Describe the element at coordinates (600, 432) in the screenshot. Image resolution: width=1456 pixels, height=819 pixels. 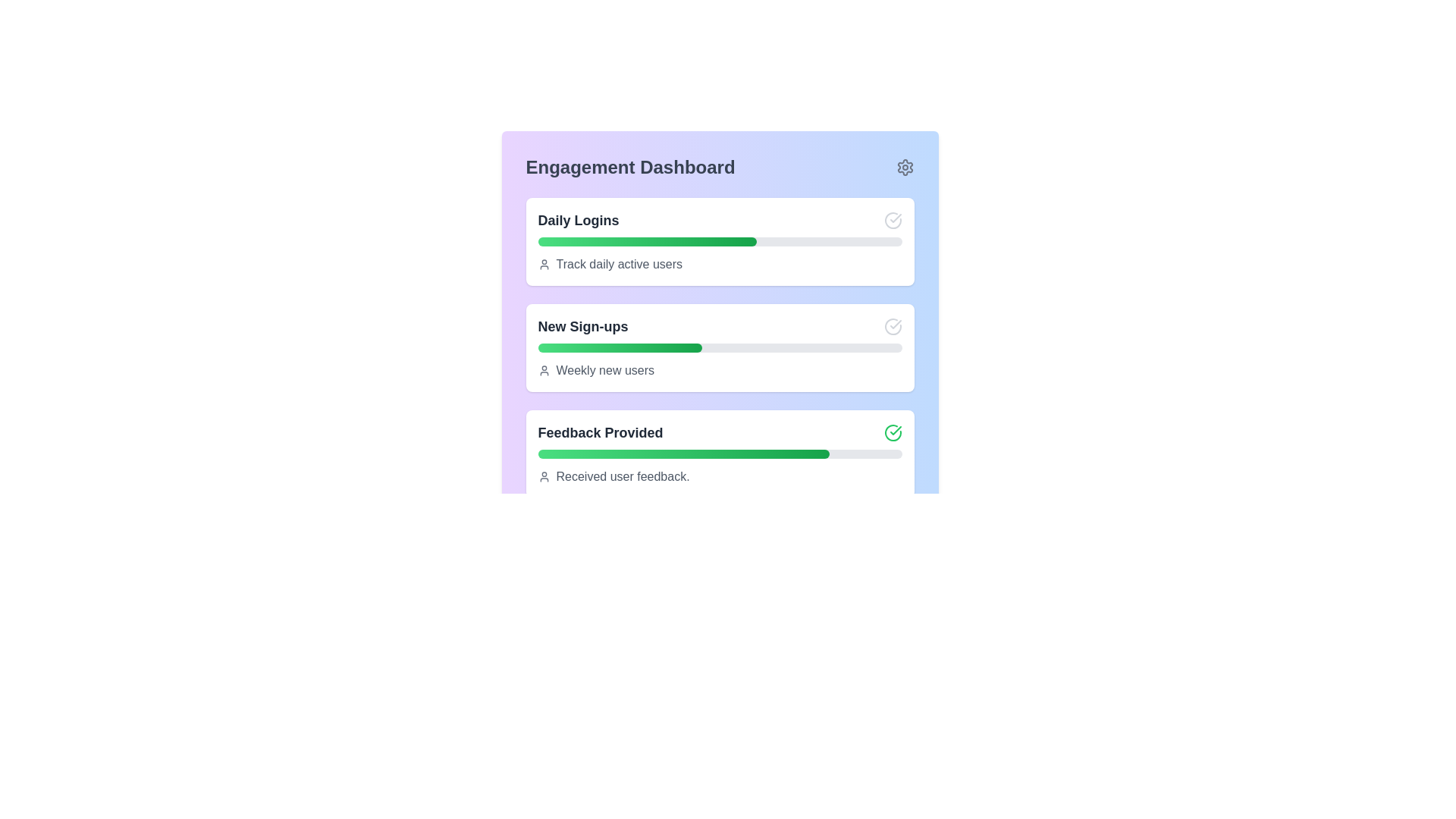
I see `the text label that serves as a header for the third card in the 'Engagement Dashboard' section, which summarizes feedback-related information for the user` at that location.